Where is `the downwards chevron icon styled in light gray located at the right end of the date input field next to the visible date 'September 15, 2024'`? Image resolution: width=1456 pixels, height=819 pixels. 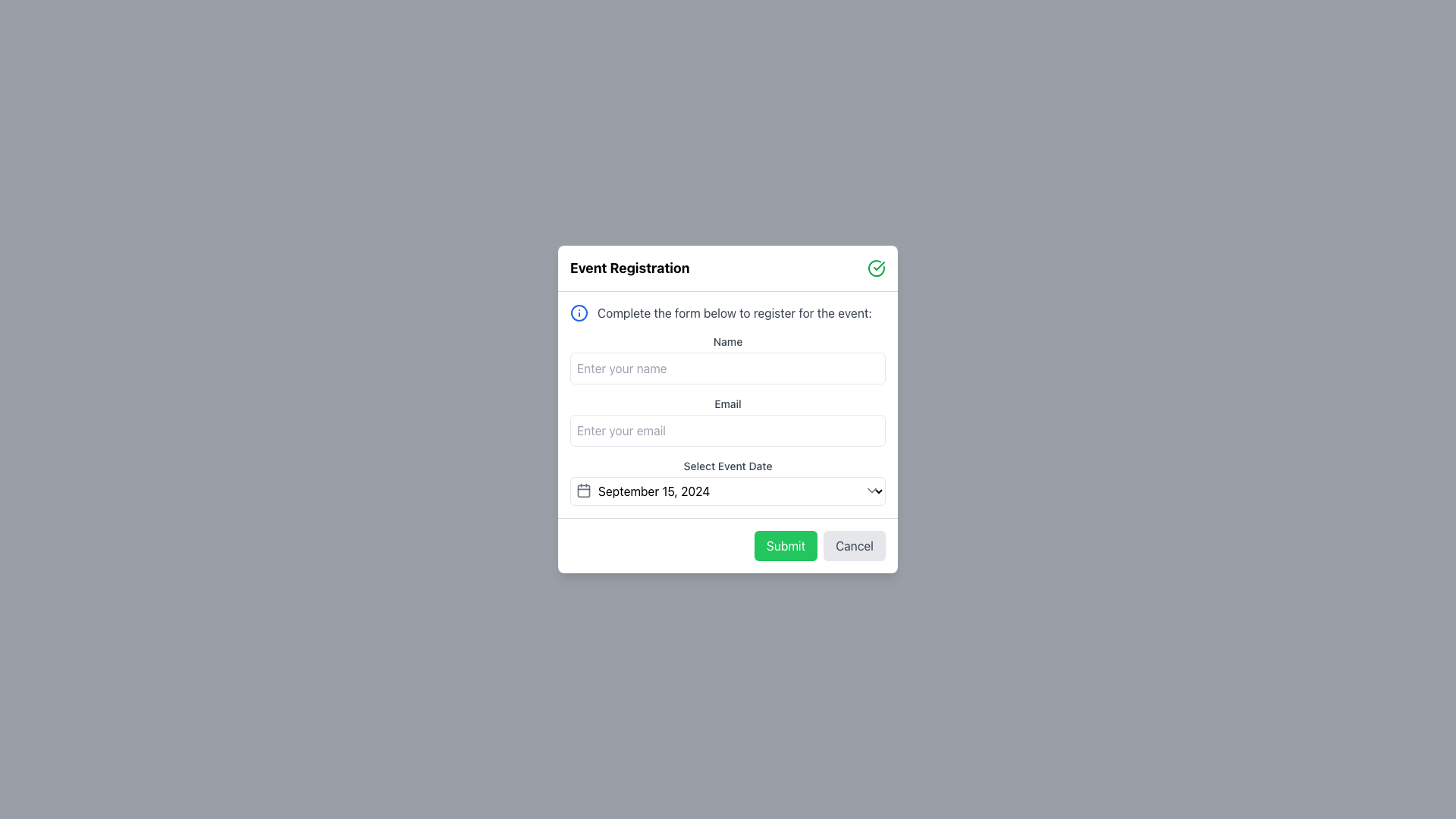
the downwards chevron icon styled in light gray located at the right end of the date input field next to the visible date 'September 15, 2024' is located at coordinates (872, 491).